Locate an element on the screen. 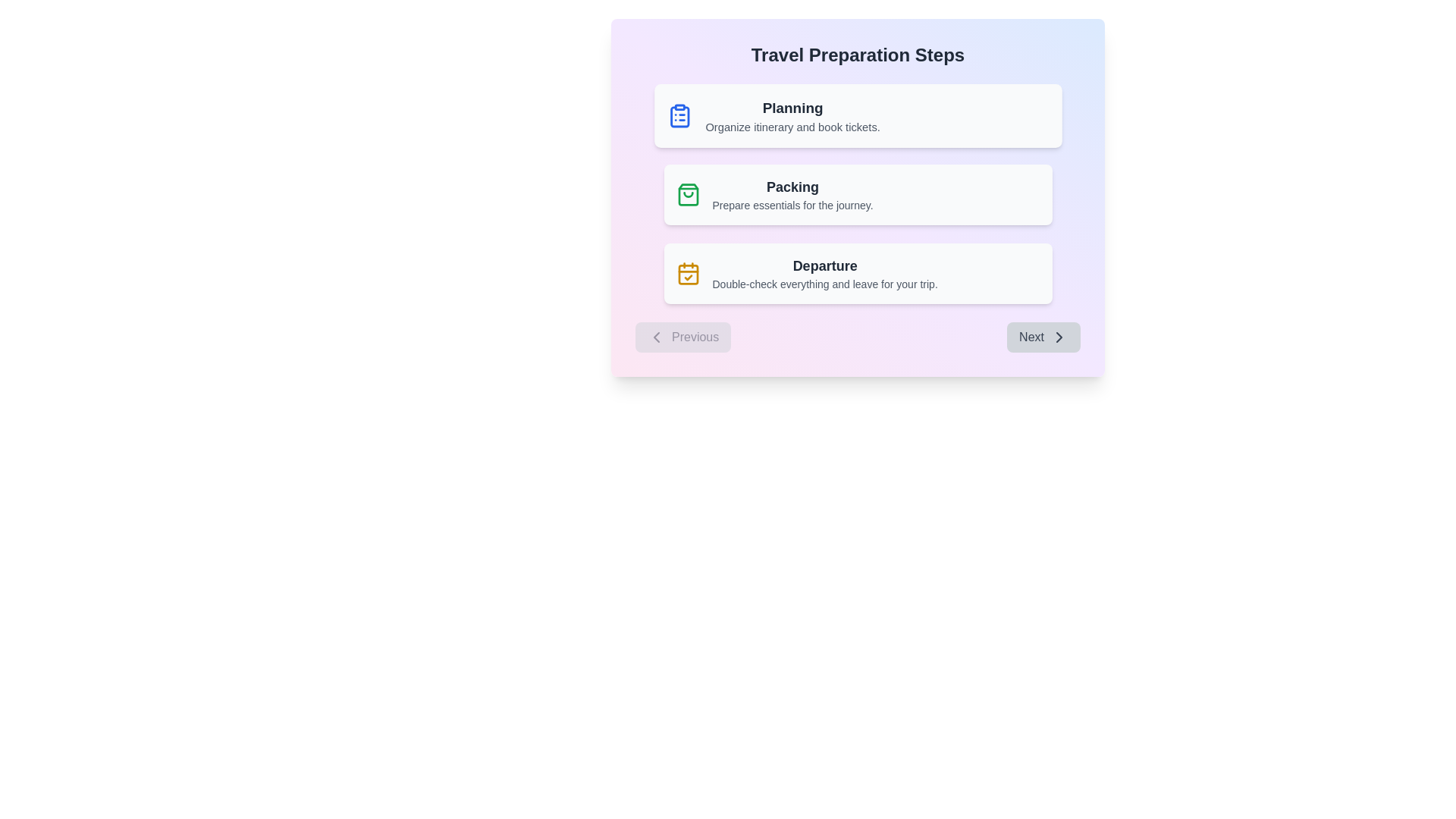 Image resolution: width=1456 pixels, height=819 pixels. the text label with the heading 'Planning' that describes itinerary organization and ticket booking, prominently styled and located at the top of the list in the Travel Preparation Steps section is located at coordinates (792, 115).